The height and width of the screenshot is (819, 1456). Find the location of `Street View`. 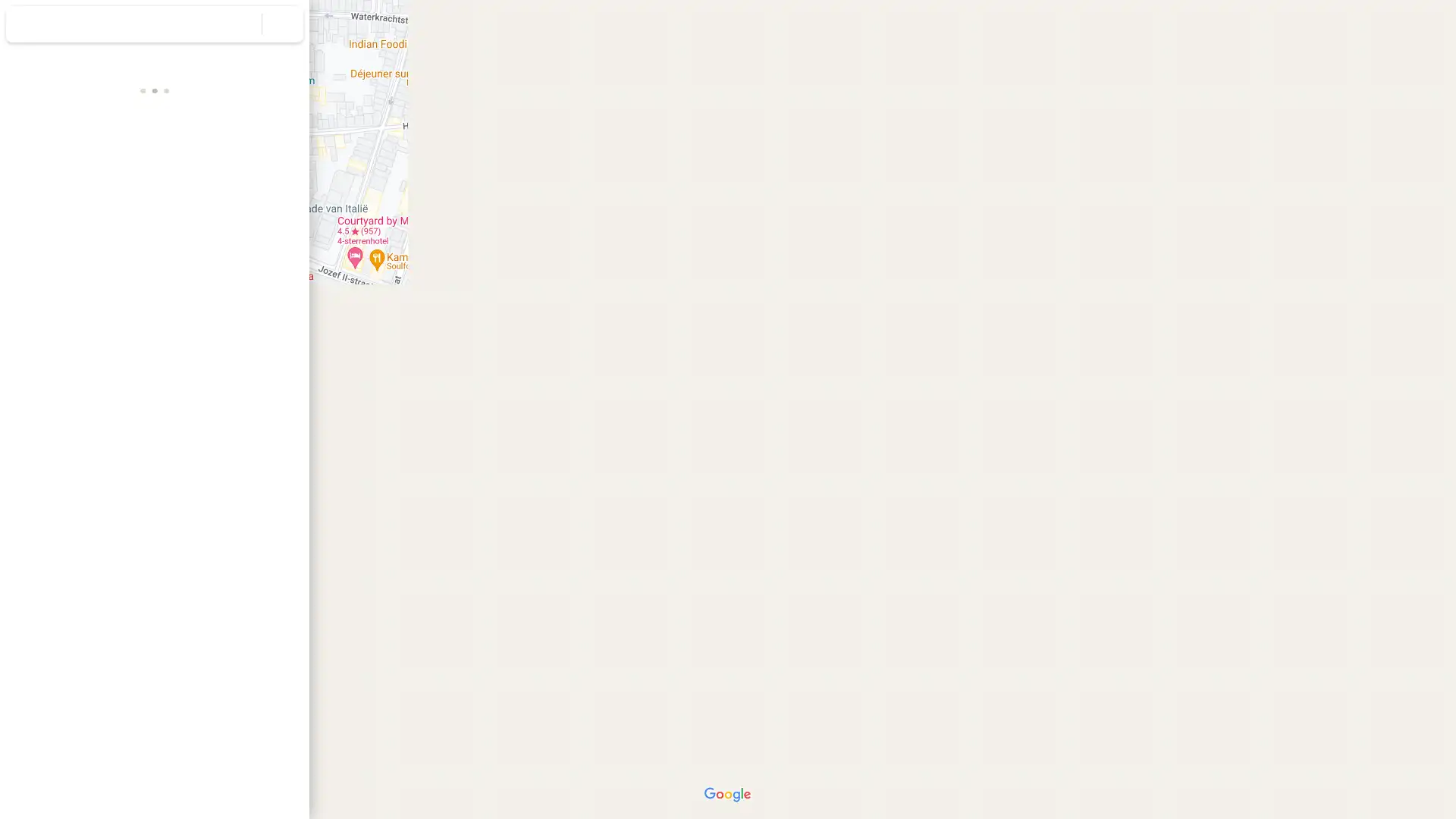

Street View is located at coordinates (155, 568).